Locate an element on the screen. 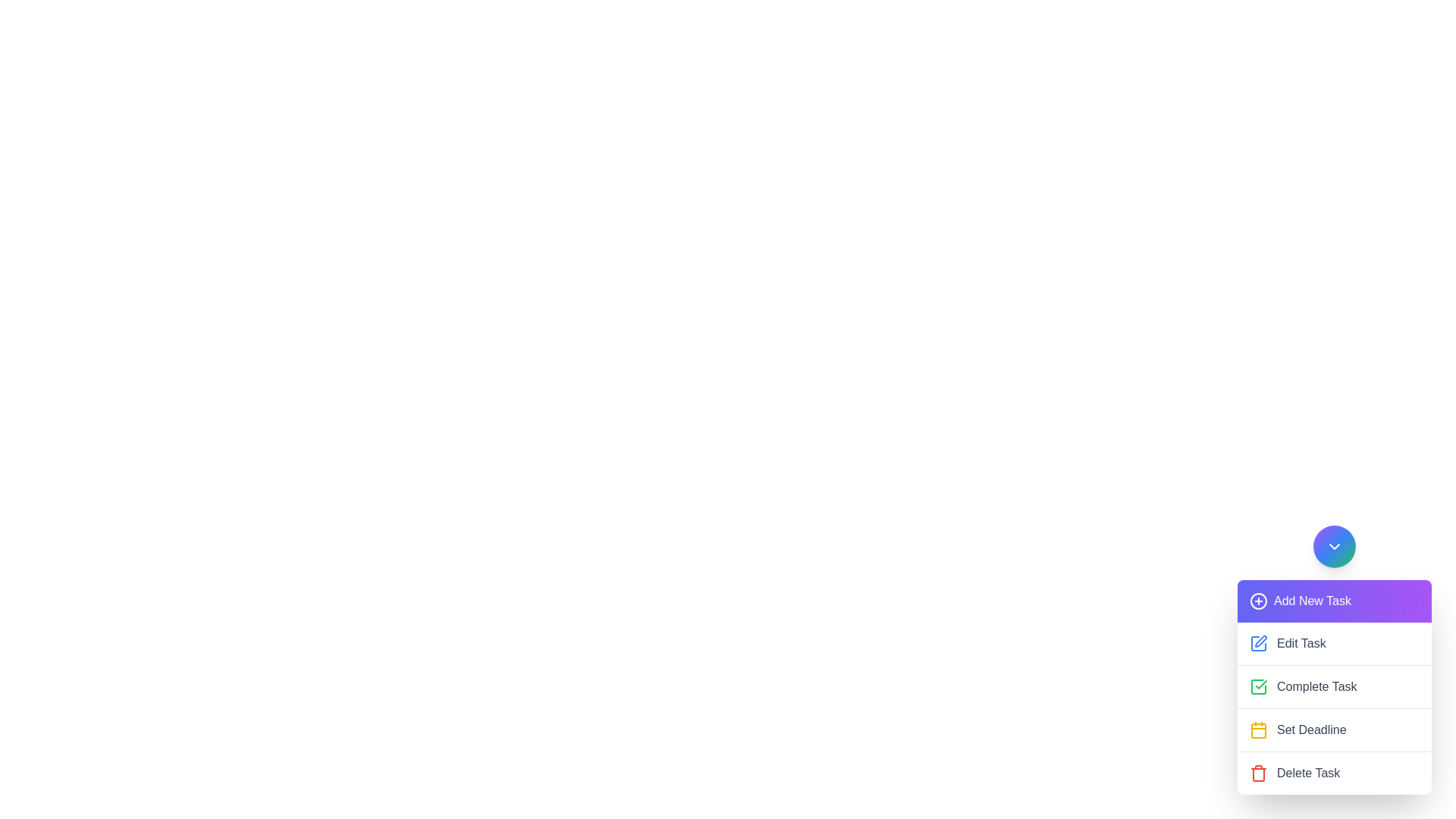 The width and height of the screenshot is (1456, 819). the 'Edit Task' text label in the drop-down menu, which is the second item below 'Add New Task' and above 'Complete Task', and is visually identified by the pen icon adjacent to it is located at coordinates (1301, 643).